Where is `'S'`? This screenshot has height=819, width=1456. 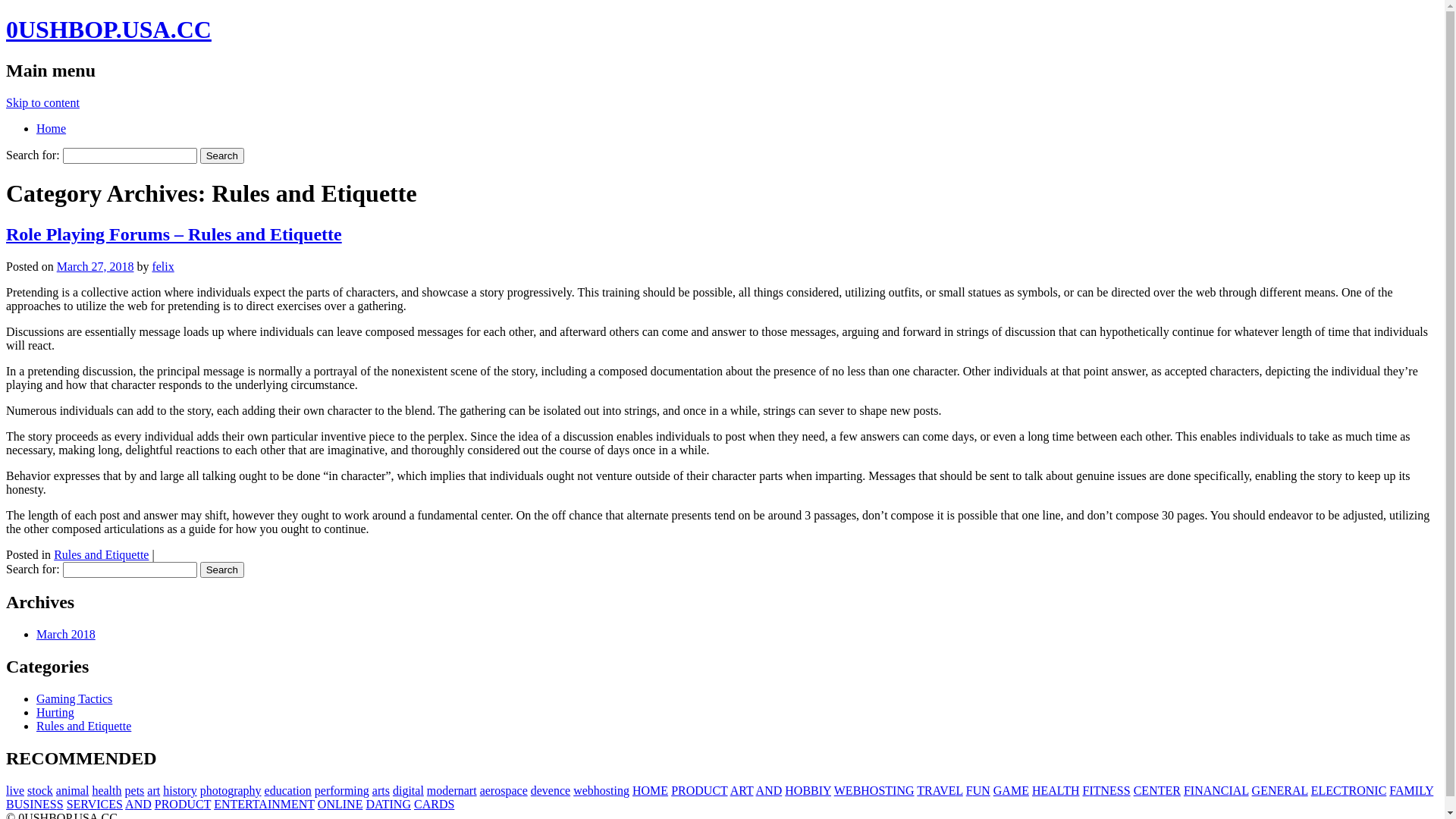
'S' is located at coordinates (69, 803).